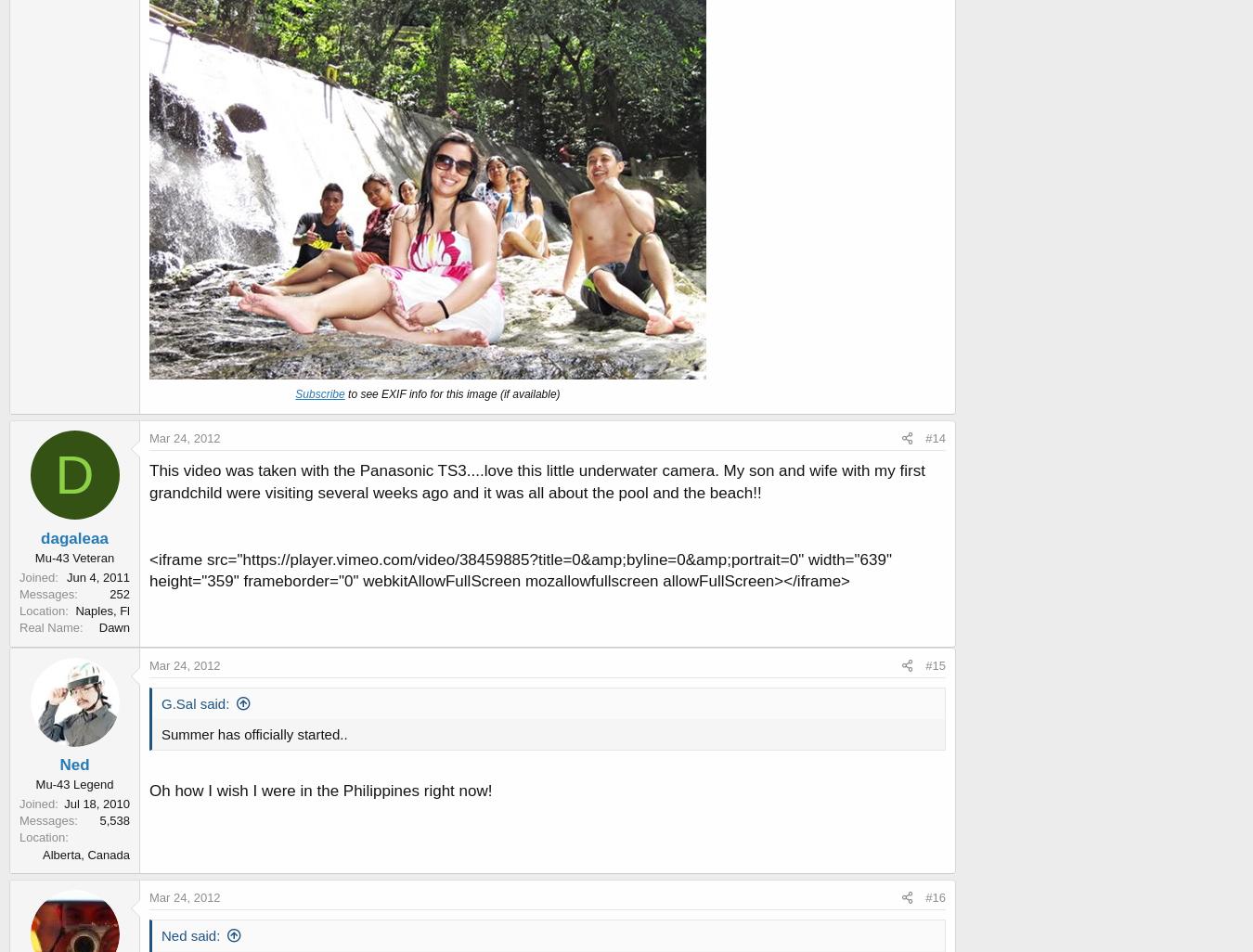 The height and width of the screenshot is (952, 1253). What do you see at coordinates (97, 576) in the screenshot?
I see `'Jun 4, 2011'` at bounding box center [97, 576].